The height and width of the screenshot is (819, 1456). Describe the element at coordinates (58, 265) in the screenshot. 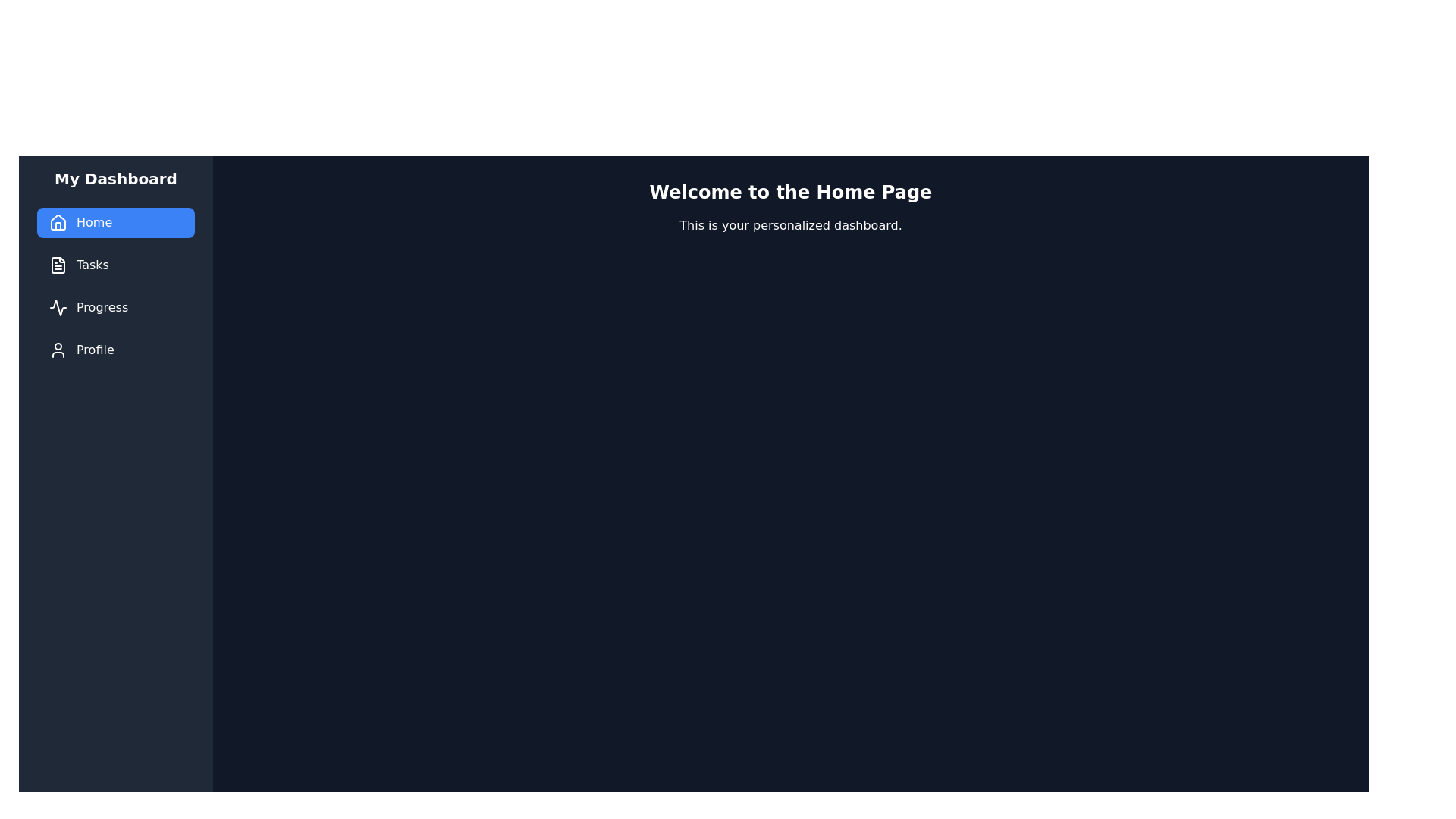

I see `the document icon in the sidebar menu, which is located to the left of the 'Tasks' label` at that location.